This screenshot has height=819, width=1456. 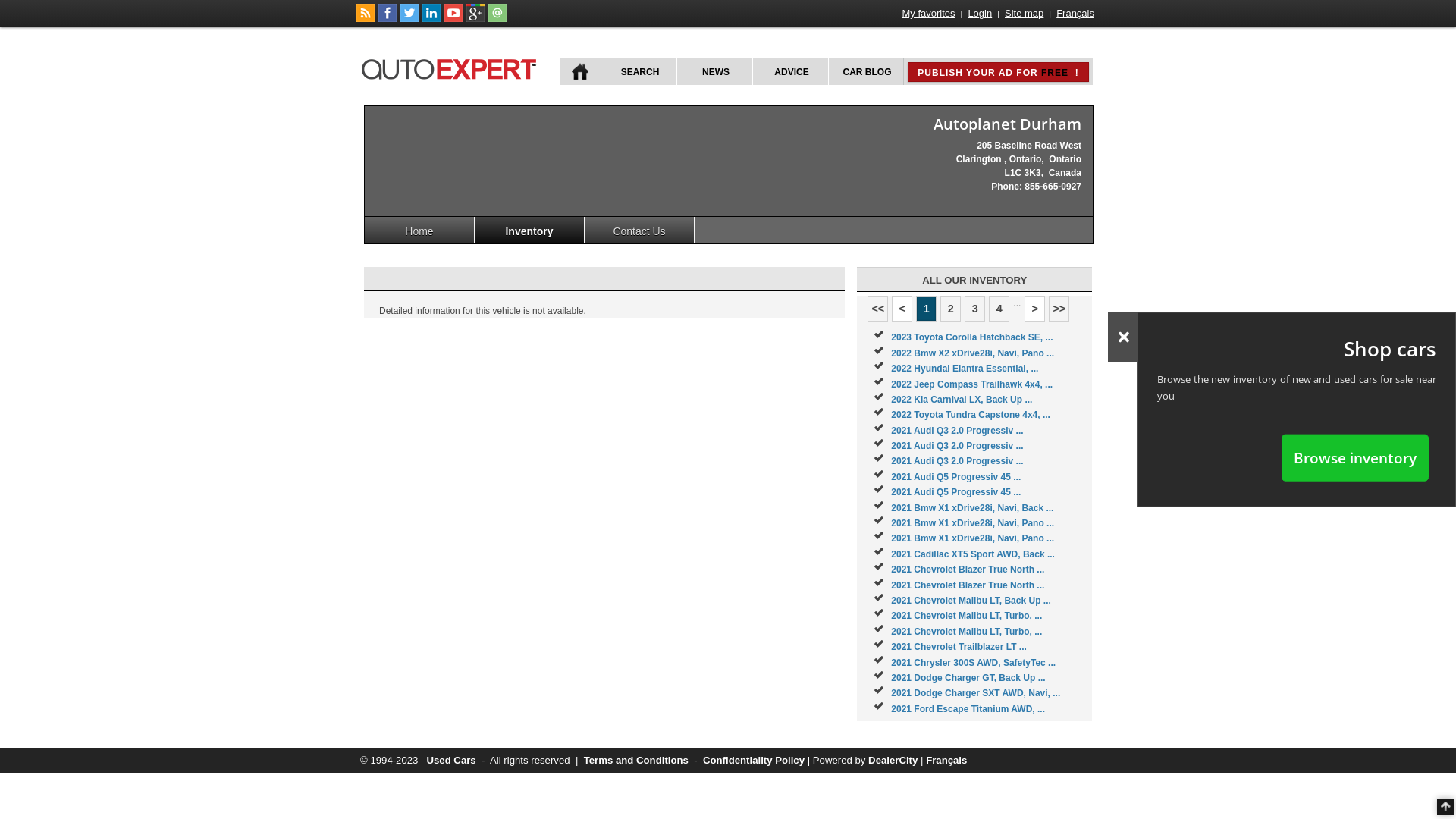 What do you see at coordinates (891, 537) in the screenshot?
I see `'2021 Bmw X1 xDrive28i, Navi, Pano ...'` at bounding box center [891, 537].